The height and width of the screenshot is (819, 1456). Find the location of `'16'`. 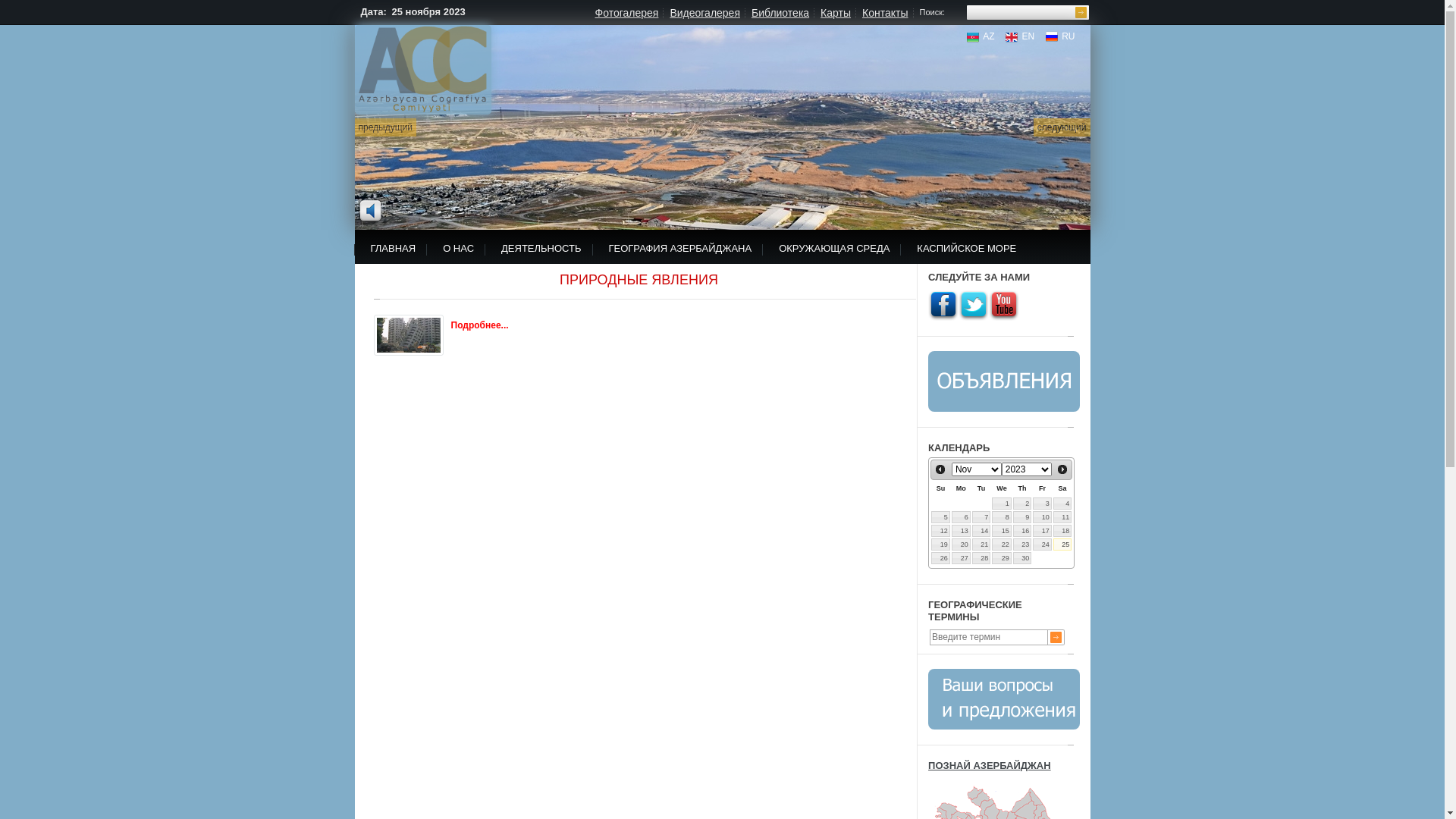

'16' is located at coordinates (1022, 529).